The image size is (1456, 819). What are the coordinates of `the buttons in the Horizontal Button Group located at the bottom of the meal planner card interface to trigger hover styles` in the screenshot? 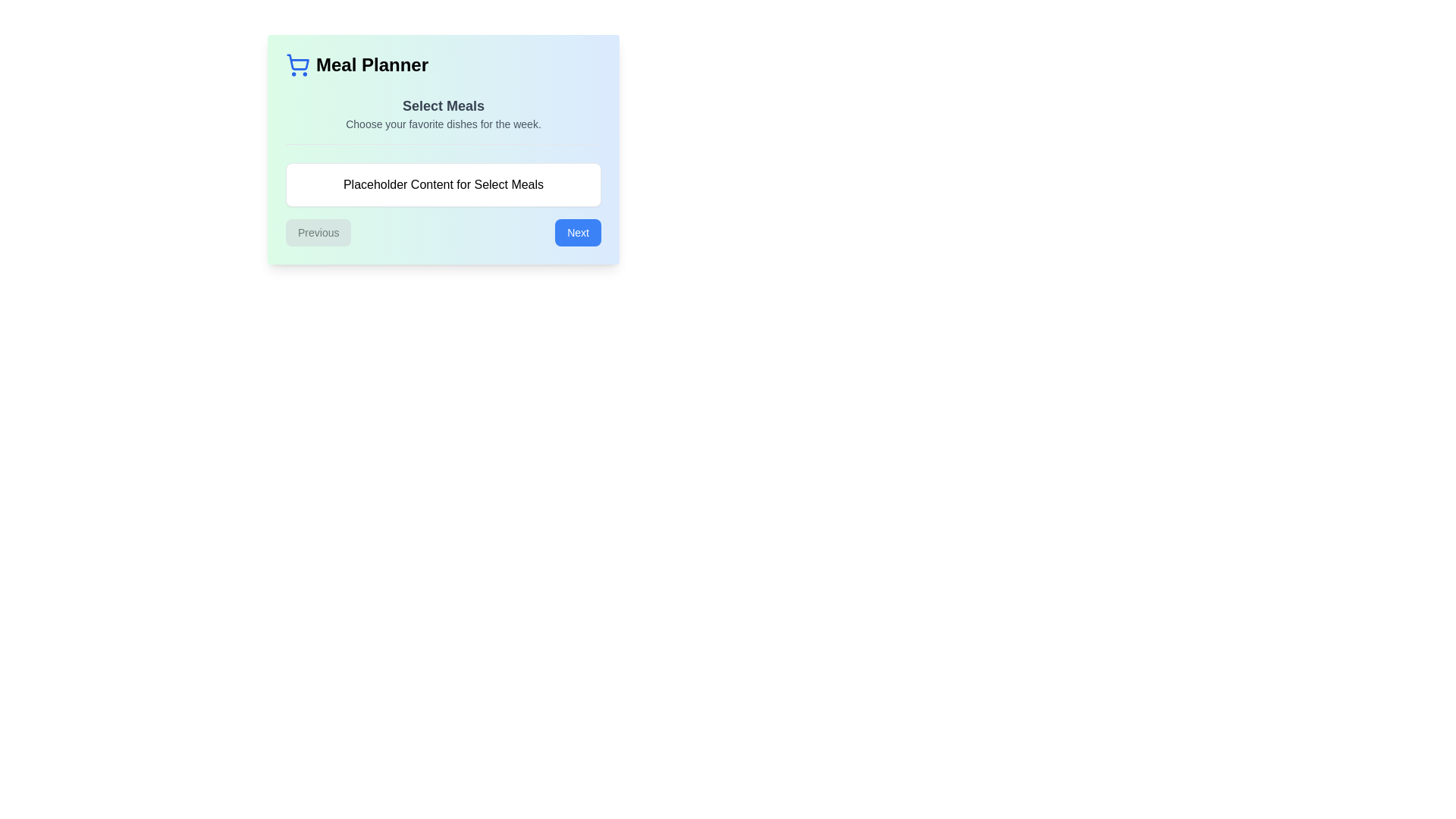 It's located at (443, 233).